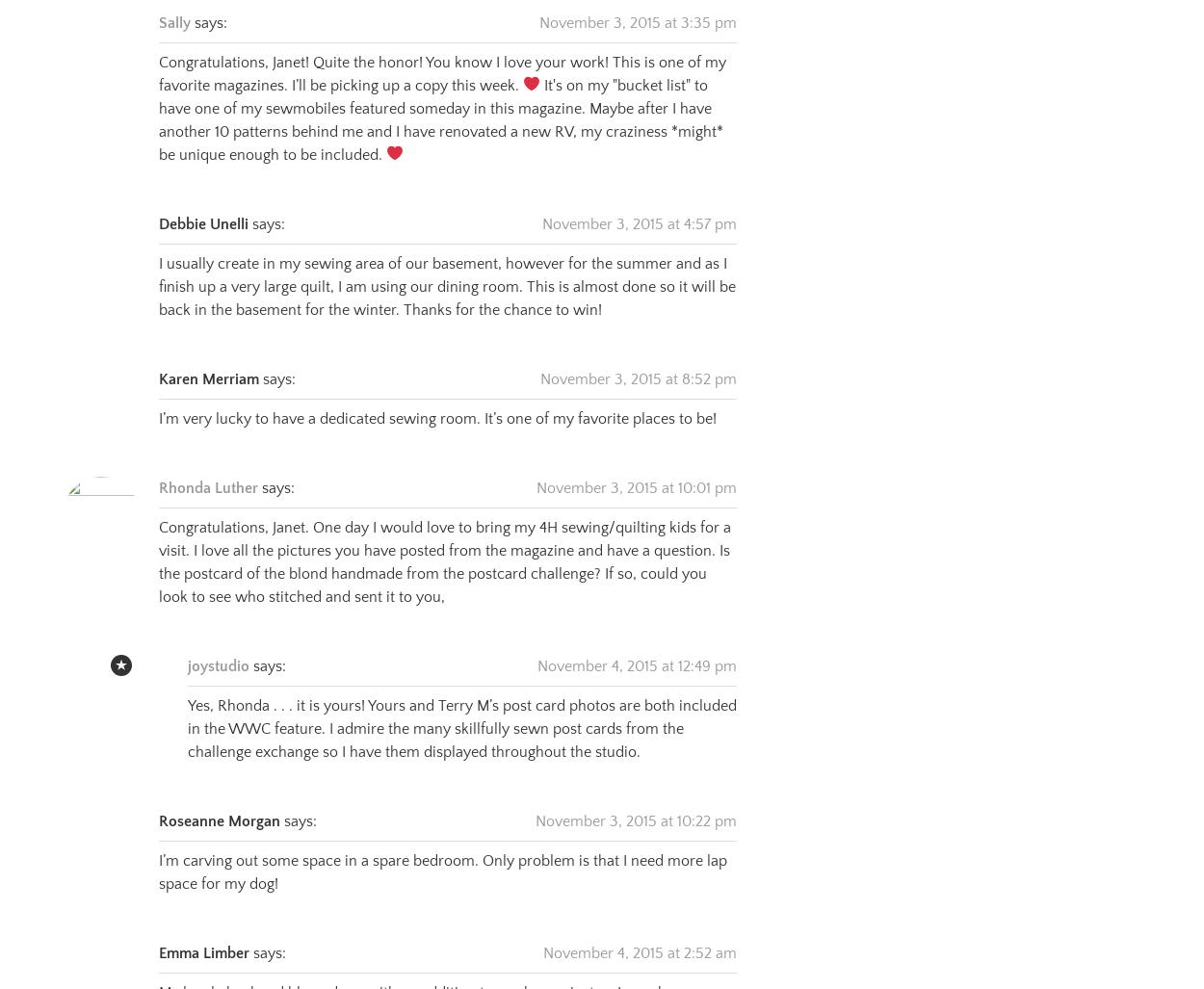  What do you see at coordinates (639, 355) in the screenshot?
I see `'November 3, 2015 at 8:52 pm'` at bounding box center [639, 355].